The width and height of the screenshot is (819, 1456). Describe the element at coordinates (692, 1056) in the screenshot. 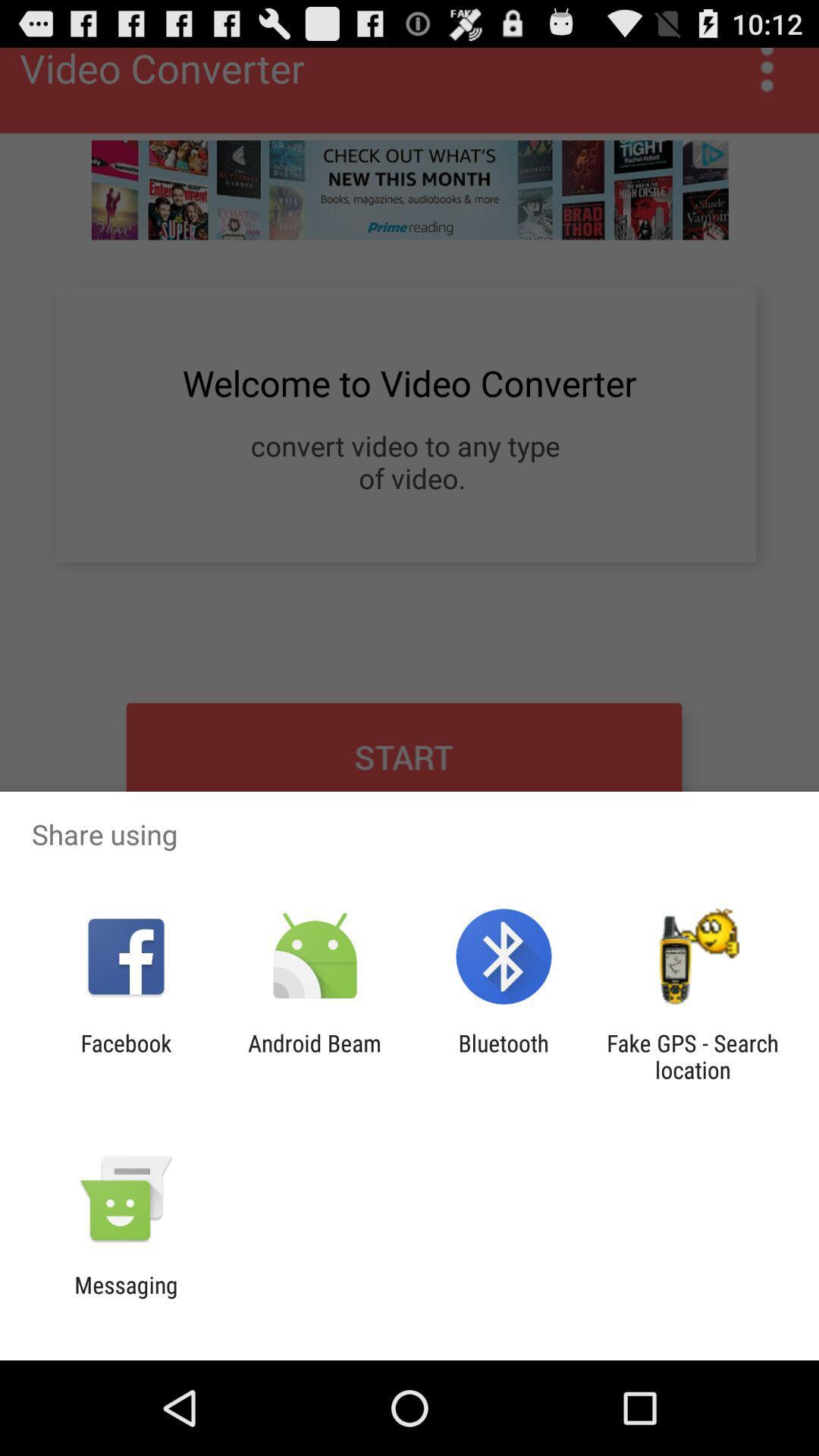

I see `the fake gps search icon` at that location.